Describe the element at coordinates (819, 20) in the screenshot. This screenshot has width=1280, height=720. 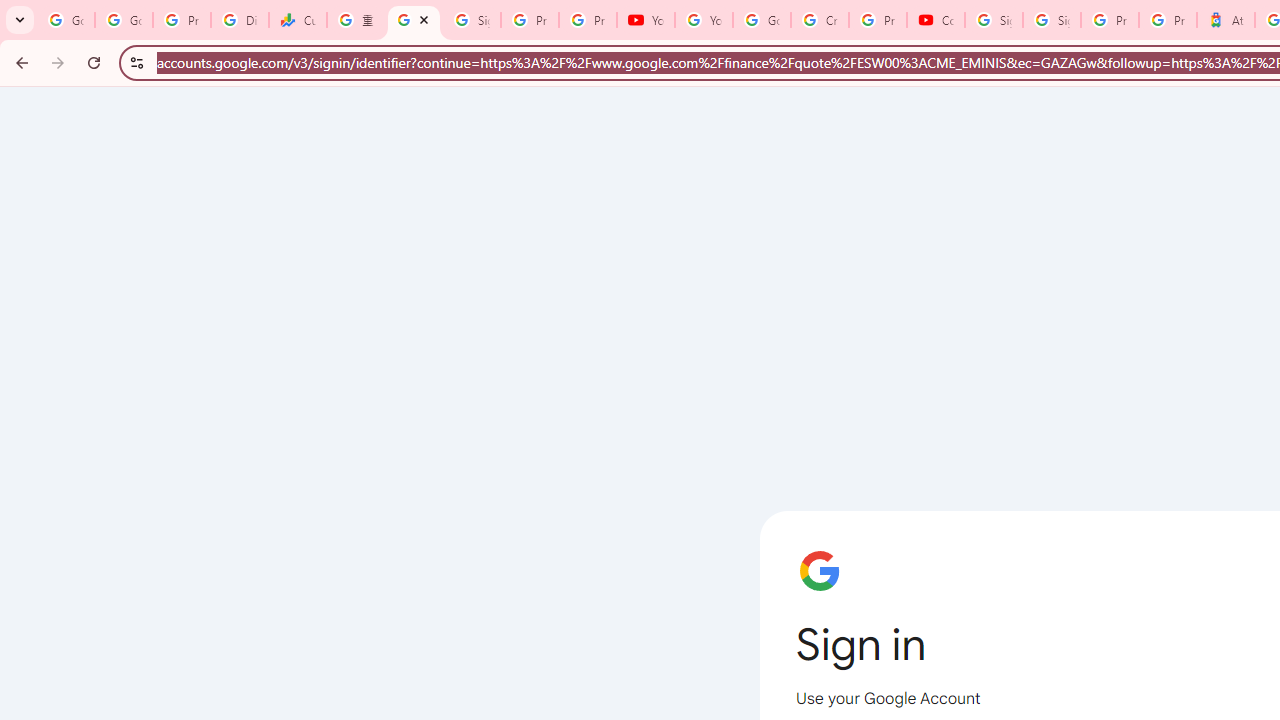
I see `'Create your Google Account'` at that location.